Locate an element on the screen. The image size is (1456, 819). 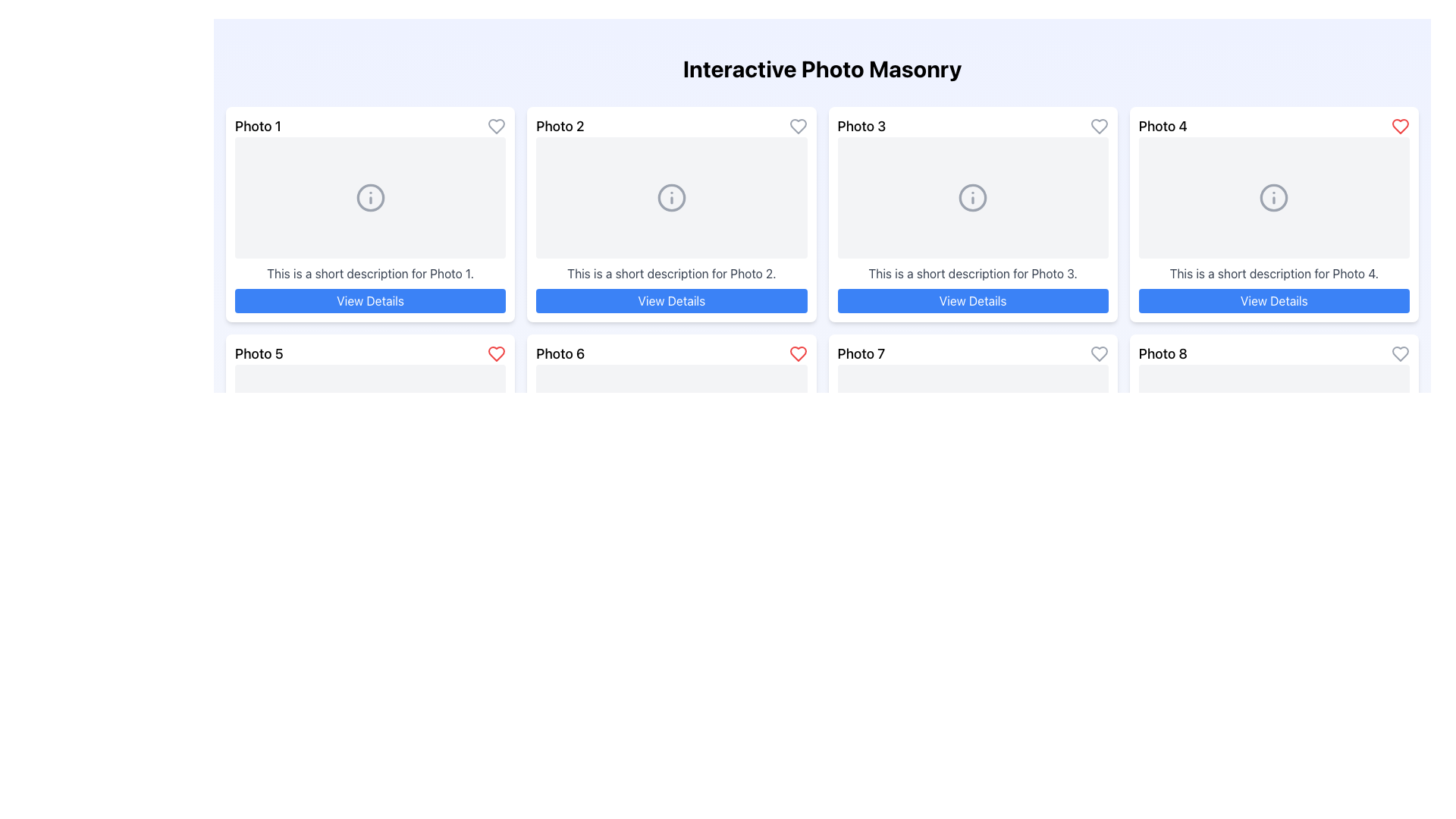
the button labeled 'View Details' which is styled with a blue background and is located at the bottom of the card for 'Photo 4' is located at coordinates (1274, 301).